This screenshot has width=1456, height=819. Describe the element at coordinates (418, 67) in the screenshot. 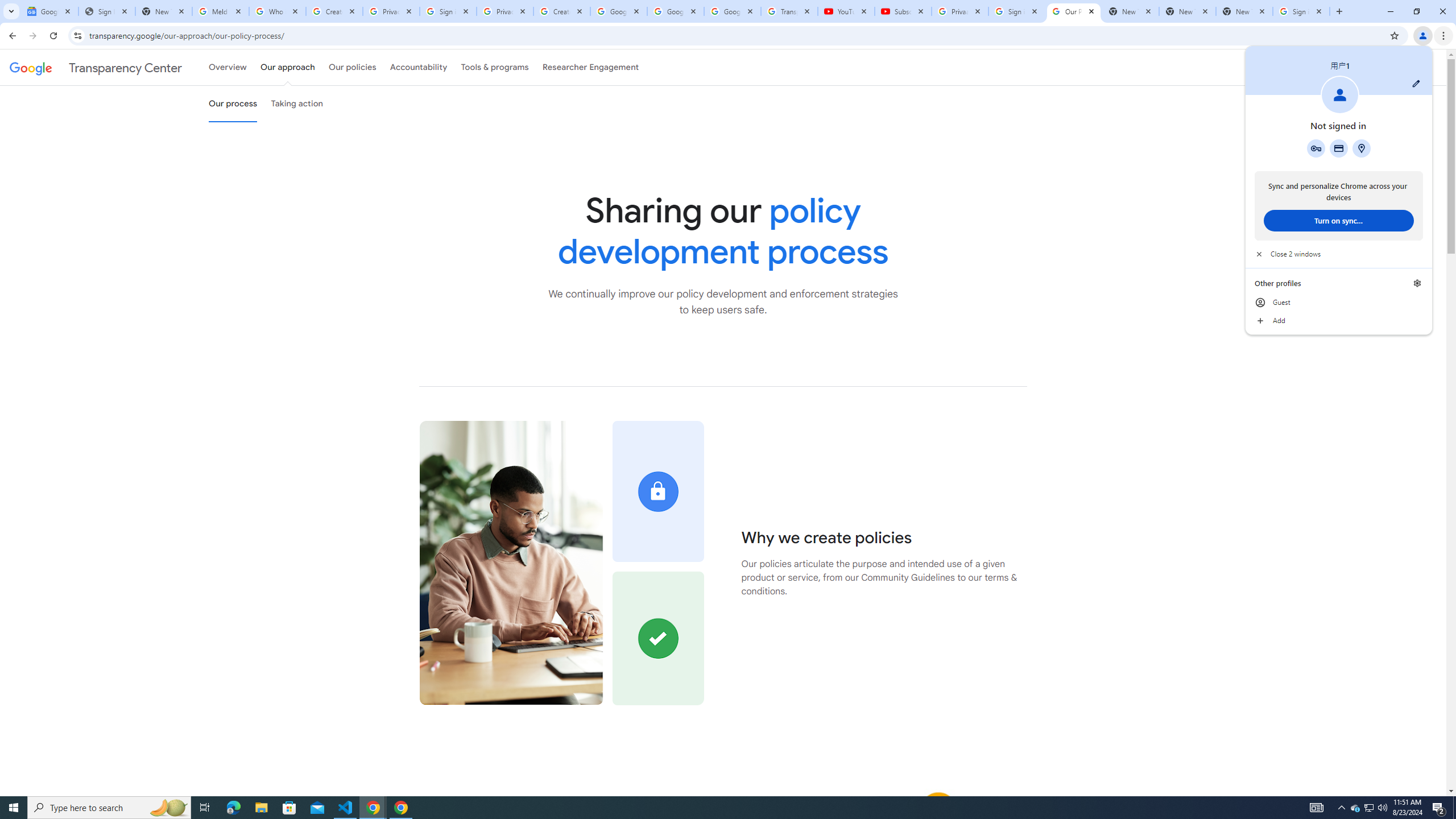

I see `'Accountability'` at that location.